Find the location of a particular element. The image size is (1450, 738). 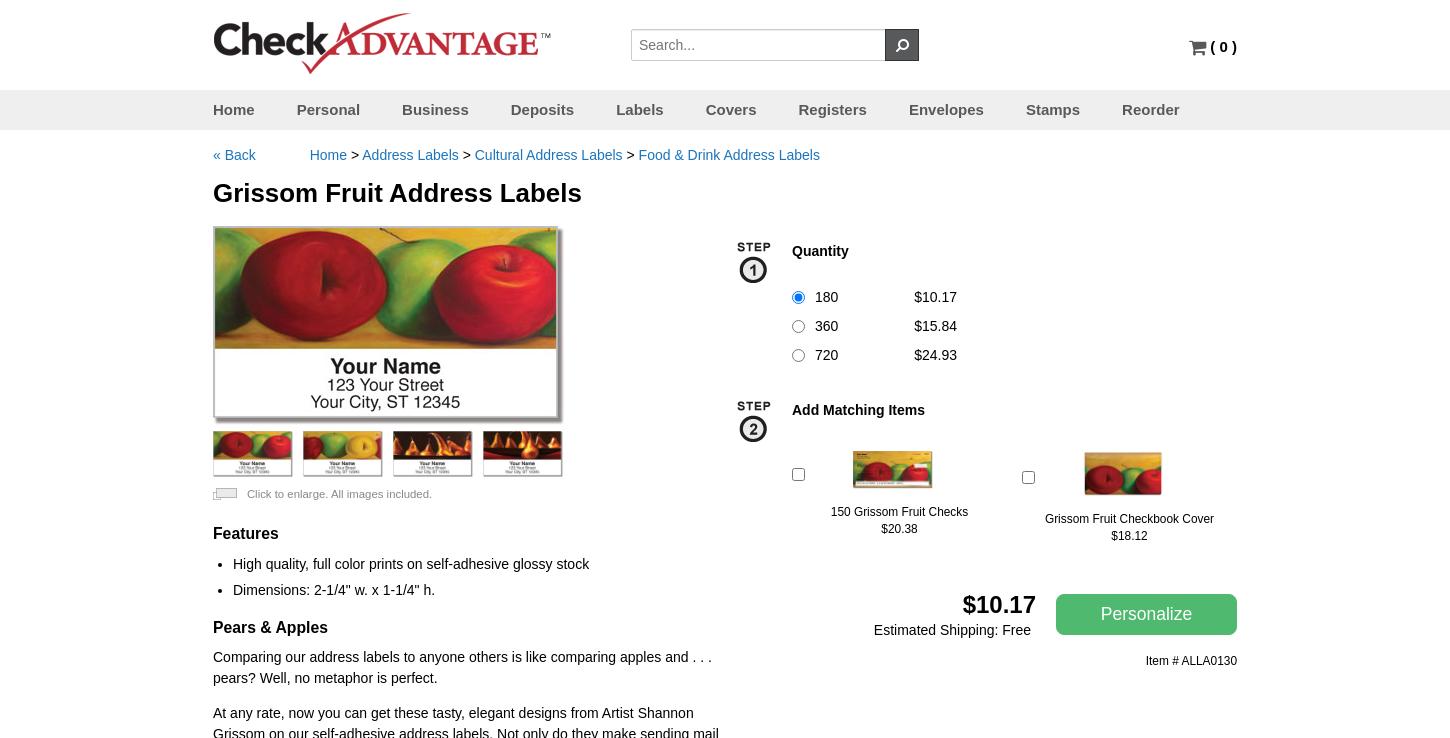

'Envelopes' is located at coordinates (906, 108).